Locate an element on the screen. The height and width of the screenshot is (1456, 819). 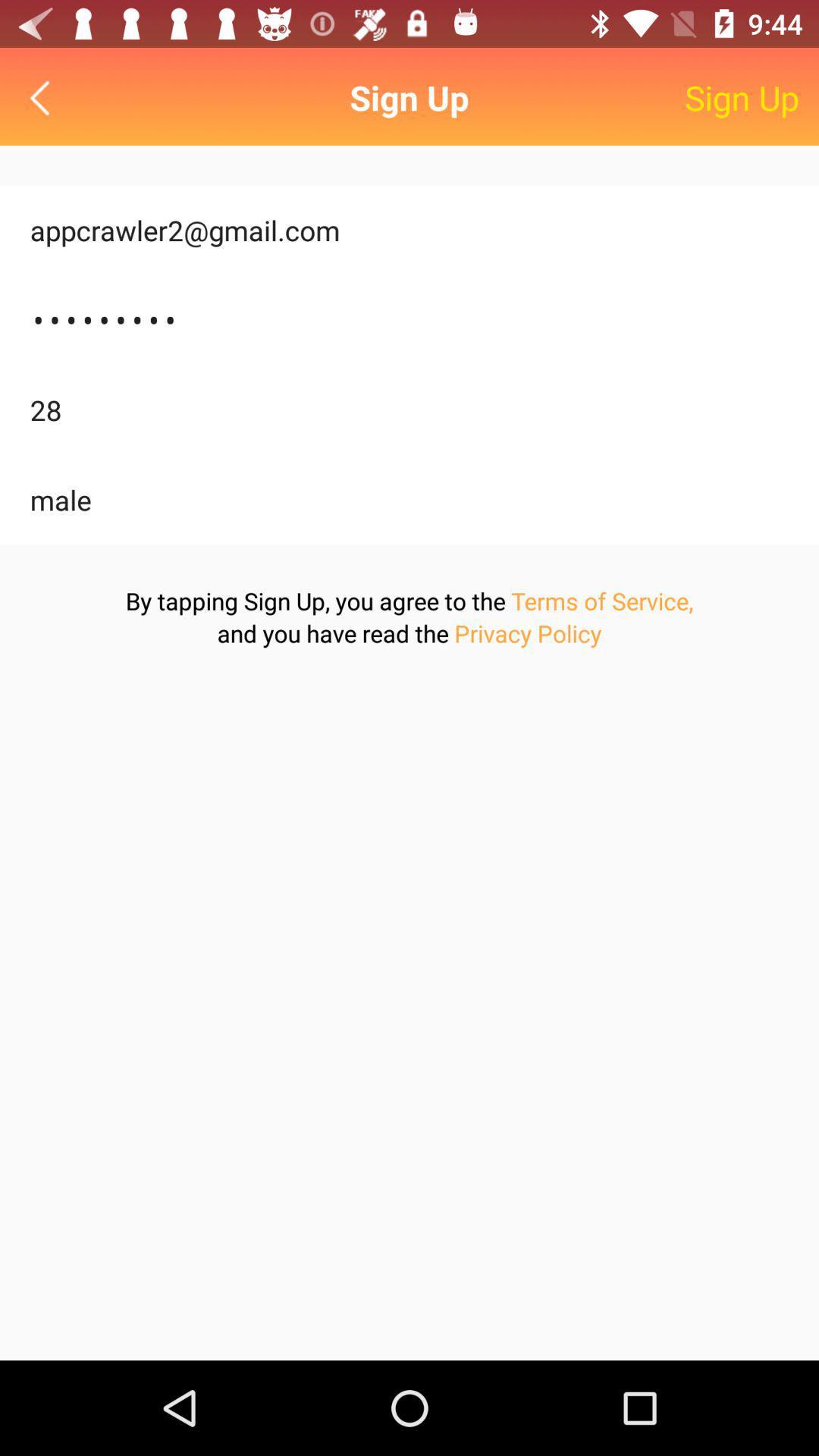
terms of service, is located at coordinates (601, 600).